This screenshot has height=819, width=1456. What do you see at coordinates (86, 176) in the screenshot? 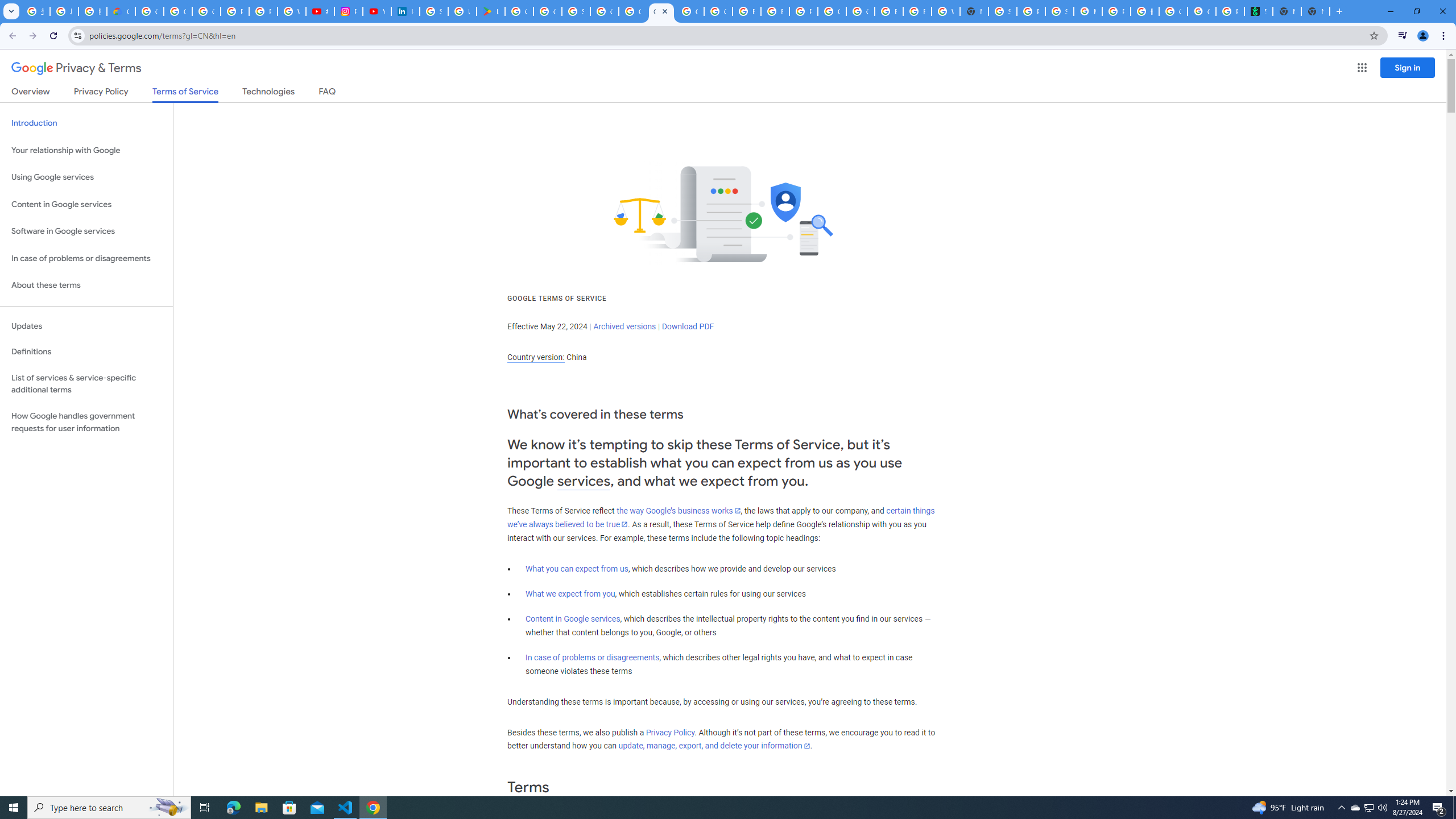
I see `'Using Google services'` at bounding box center [86, 176].